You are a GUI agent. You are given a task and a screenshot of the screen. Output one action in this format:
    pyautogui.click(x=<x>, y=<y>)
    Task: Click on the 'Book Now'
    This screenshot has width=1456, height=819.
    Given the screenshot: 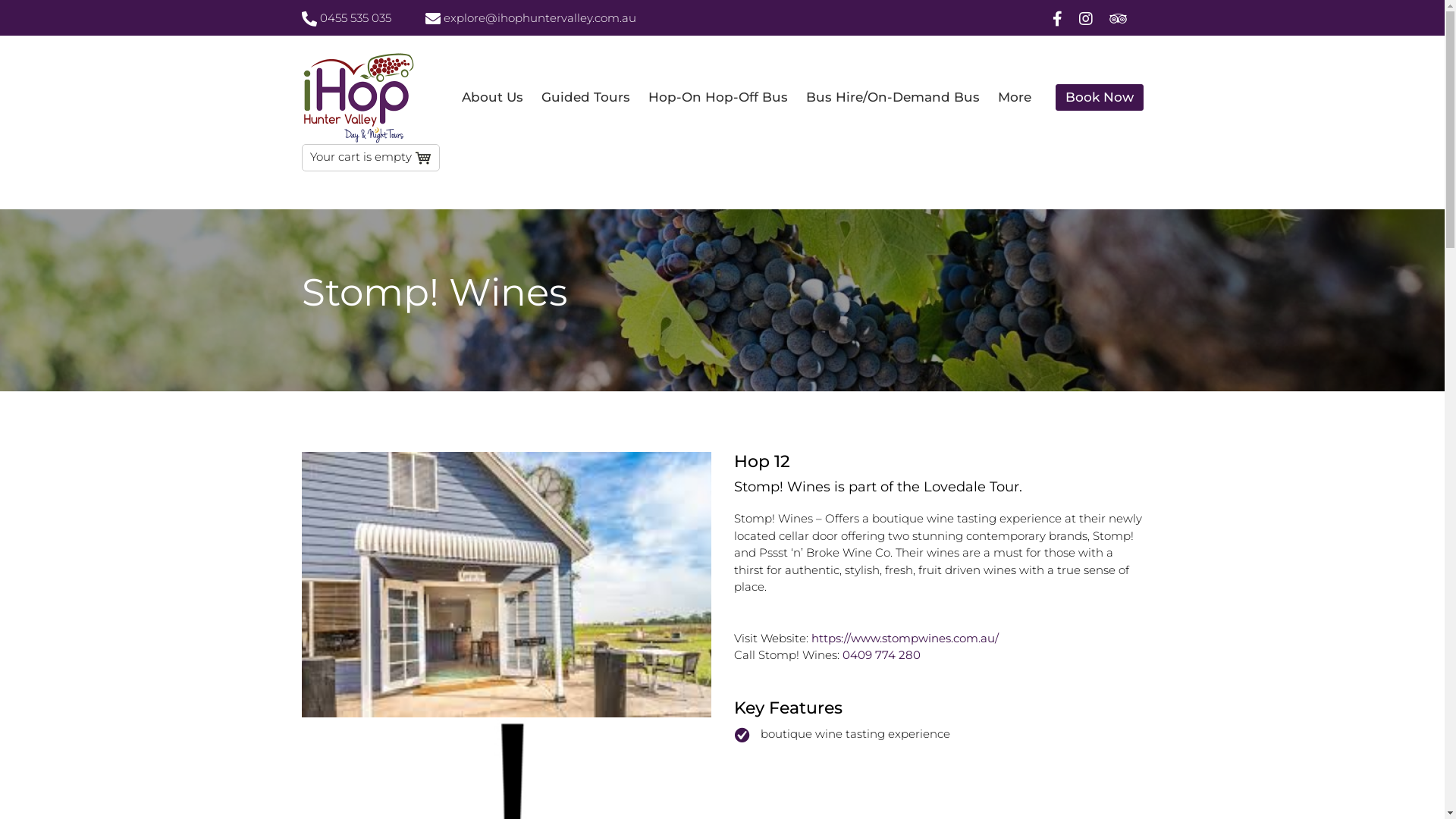 What is the action you would take?
    pyautogui.click(x=1099, y=97)
    